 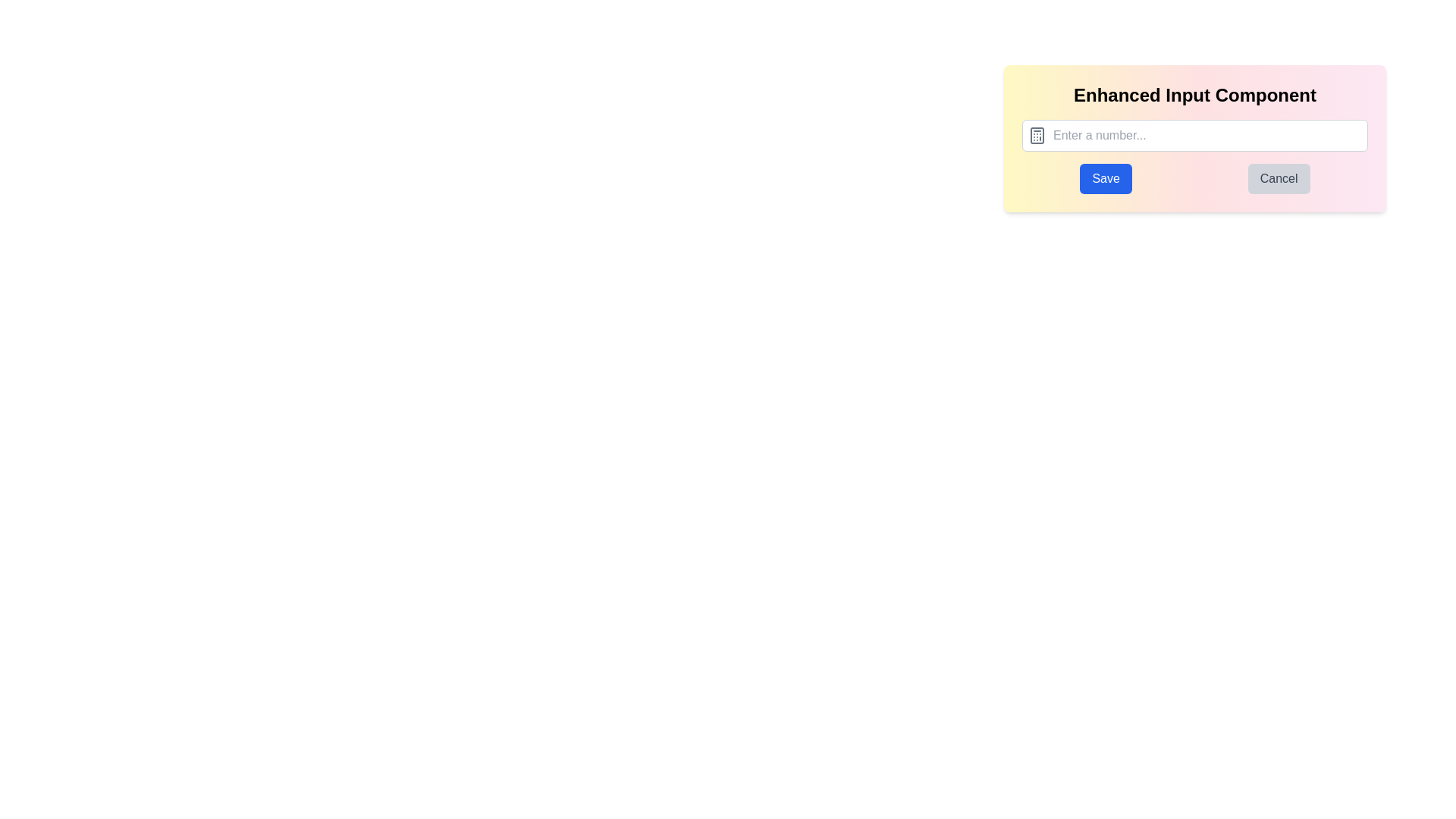 What do you see at coordinates (1106, 177) in the screenshot?
I see `the 'Save' button with a blue background and white text in the 'Enhanced Input Component' dialog` at bounding box center [1106, 177].